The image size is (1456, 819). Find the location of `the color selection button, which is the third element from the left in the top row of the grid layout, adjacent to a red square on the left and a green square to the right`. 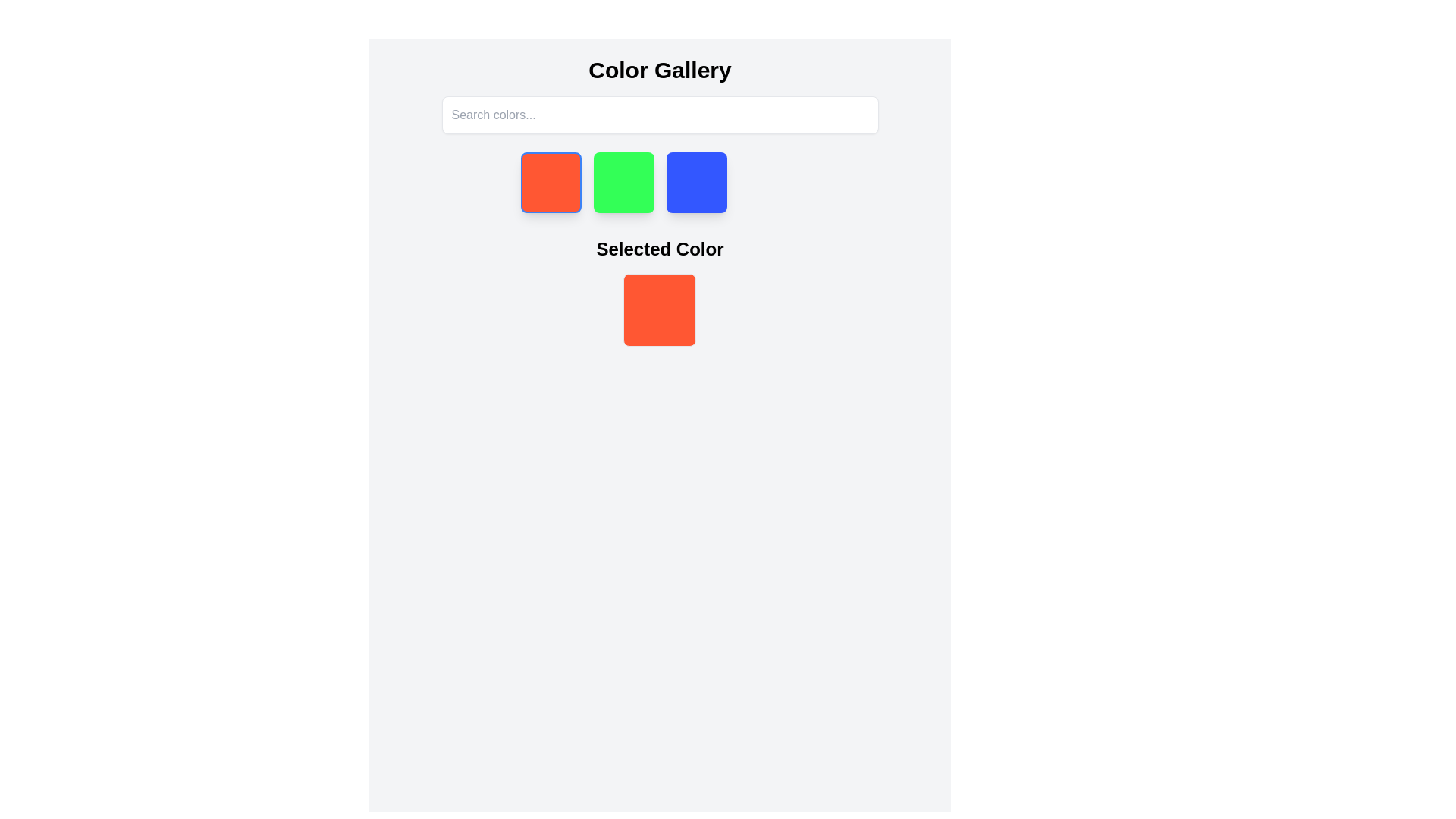

the color selection button, which is the third element from the left in the top row of the grid layout, adjacent to a red square on the left and a green square to the right is located at coordinates (695, 181).